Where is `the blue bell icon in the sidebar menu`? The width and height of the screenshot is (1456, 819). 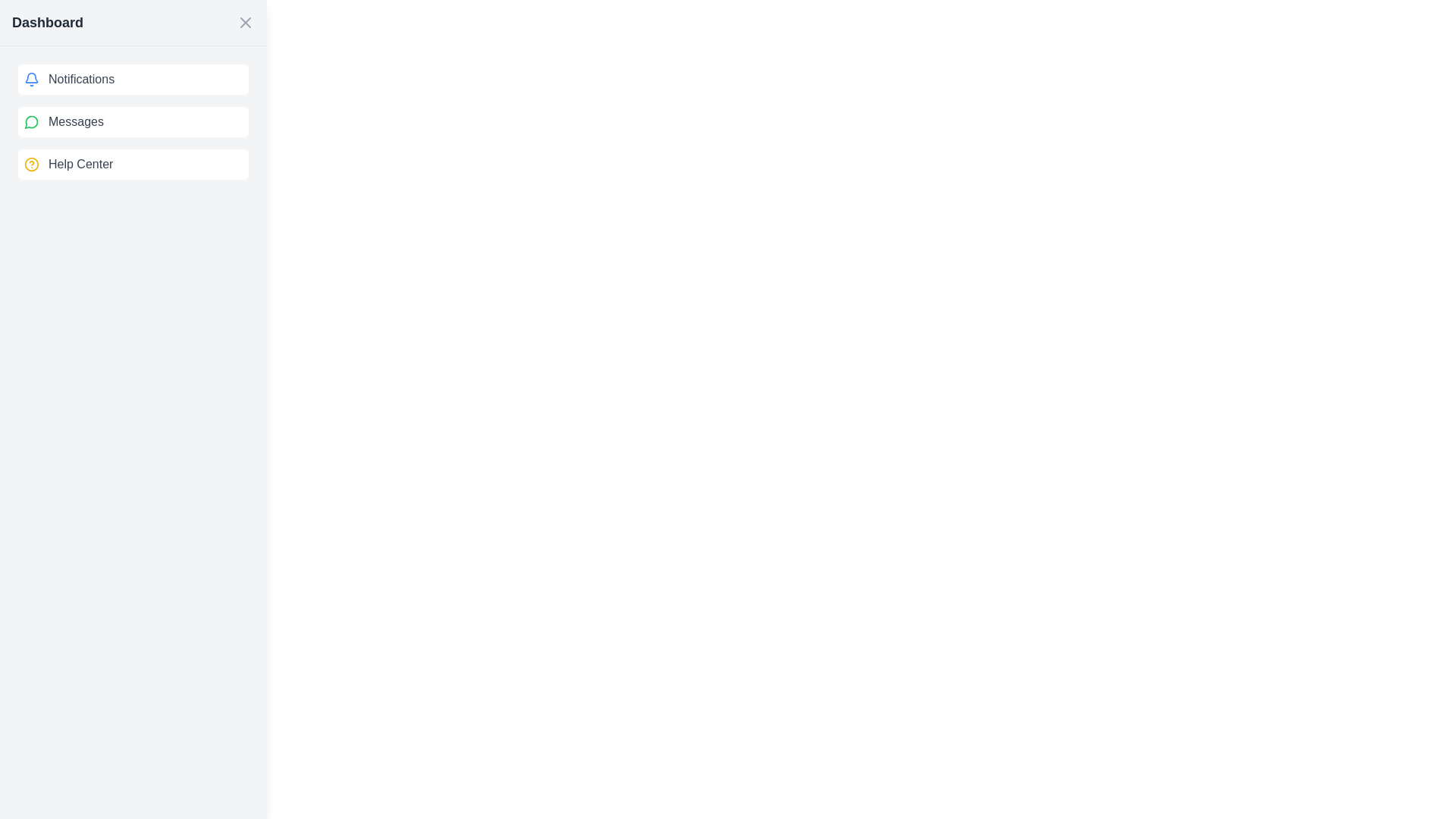 the blue bell icon in the sidebar menu is located at coordinates (32, 79).